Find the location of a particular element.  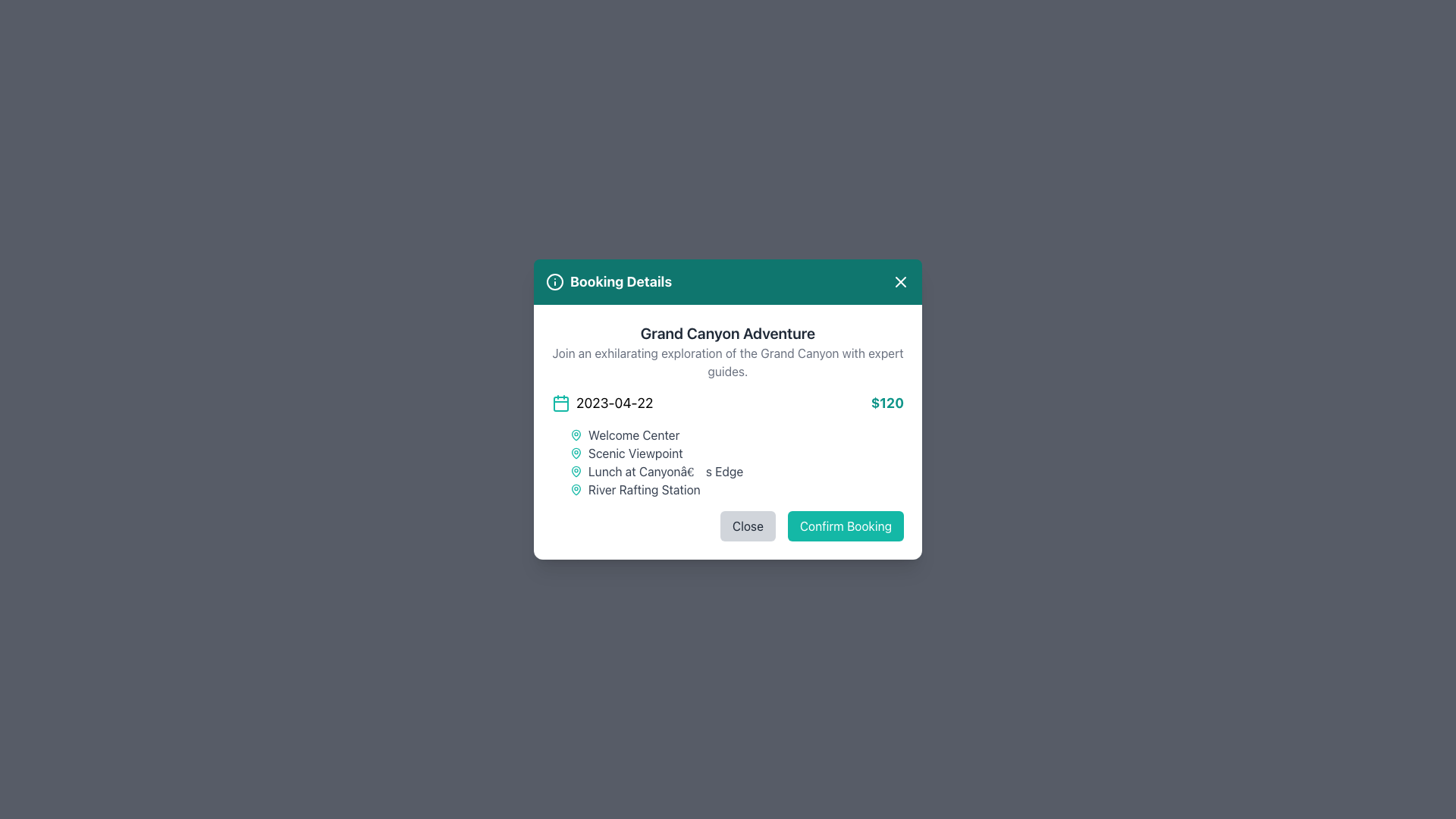

the static text label that conveys the booking date, located near the top of the booking details modal dialog, next to the calendar icon is located at coordinates (614, 403).